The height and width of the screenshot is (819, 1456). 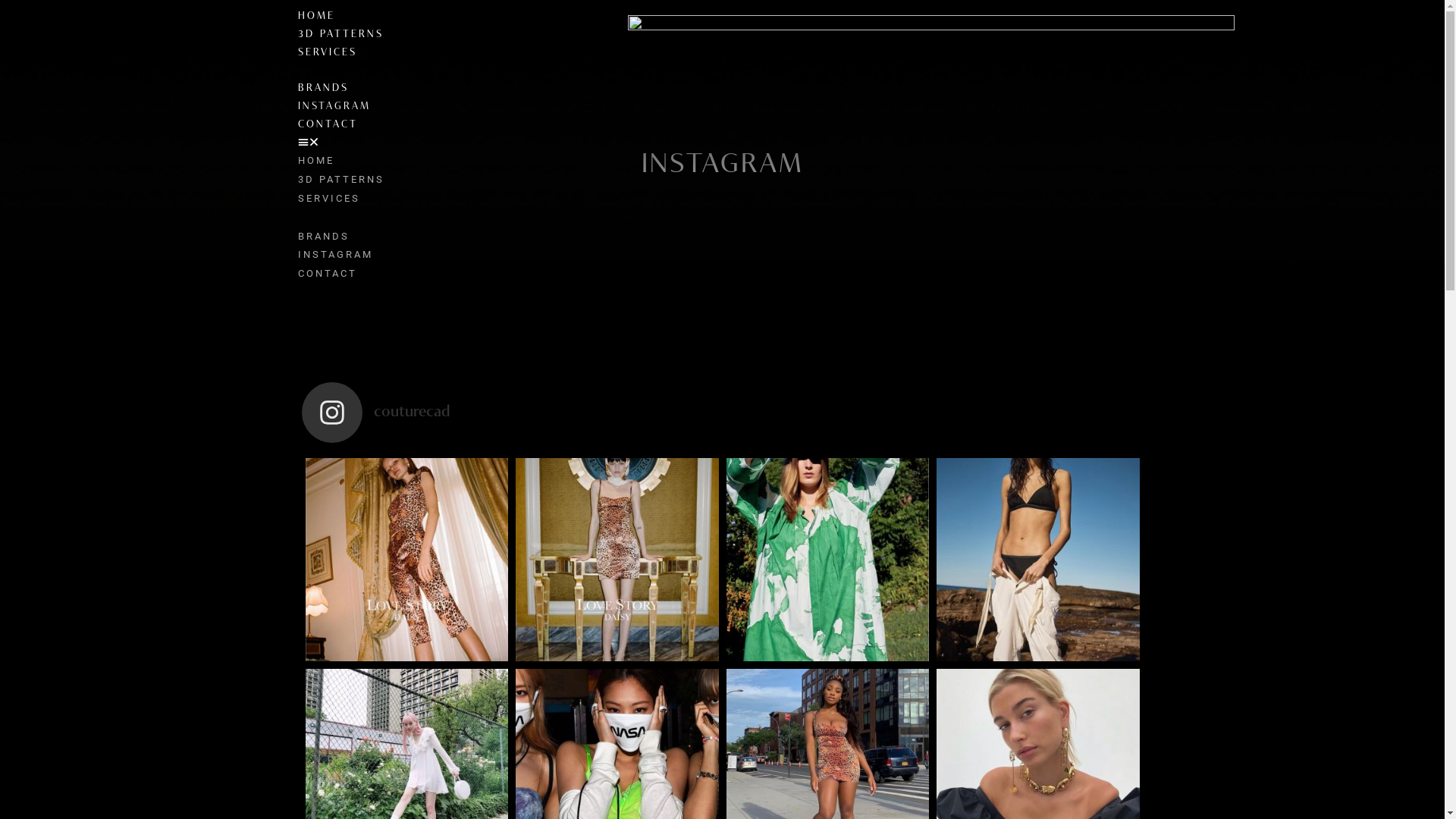 What do you see at coordinates (326, 52) in the screenshot?
I see `'SERVICES'` at bounding box center [326, 52].